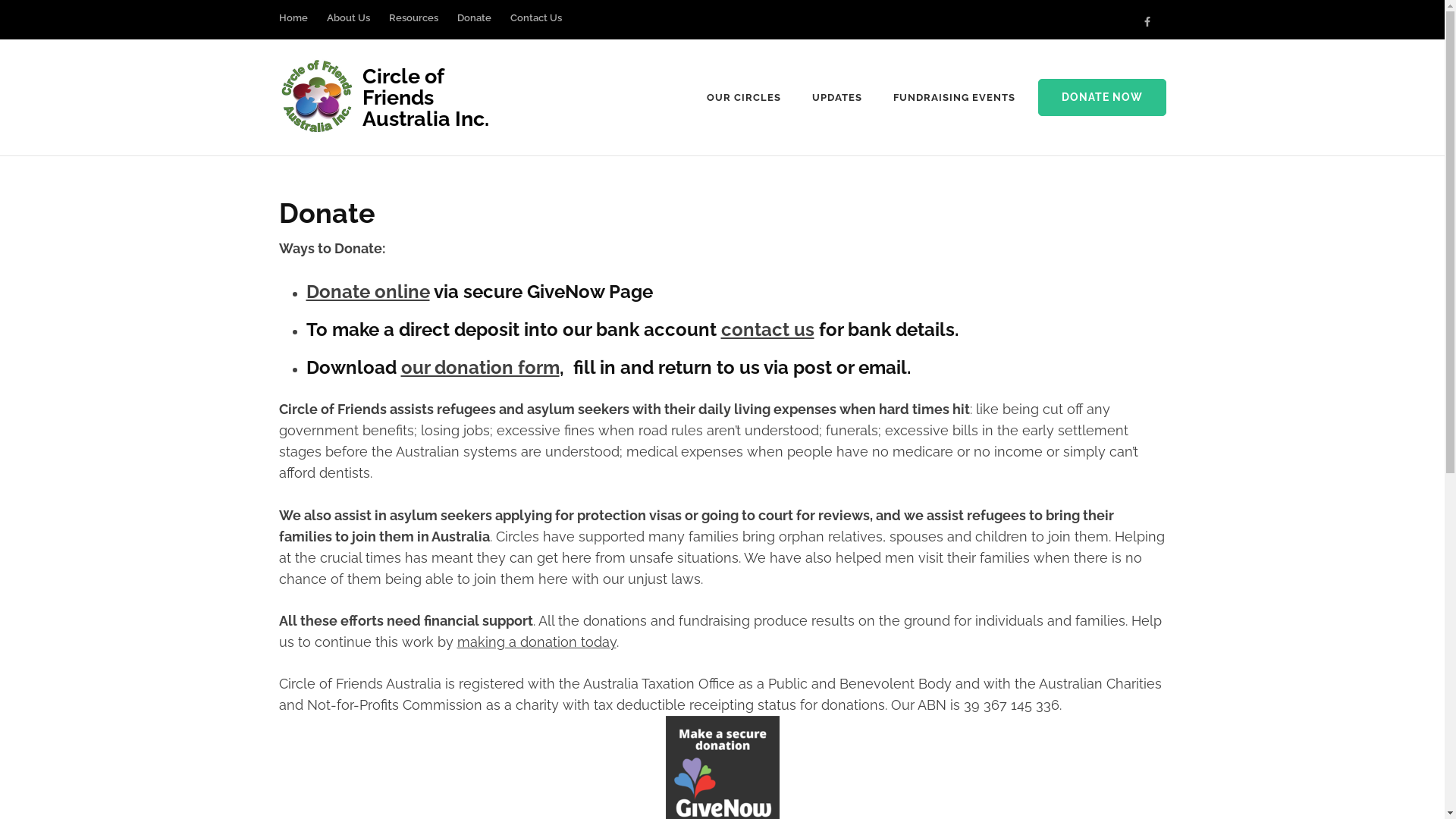 The width and height of the screenshot is (1456, 819). Describe the element at coordinates (347, 25) in the screenshot. I see `'About Us'` at that location.